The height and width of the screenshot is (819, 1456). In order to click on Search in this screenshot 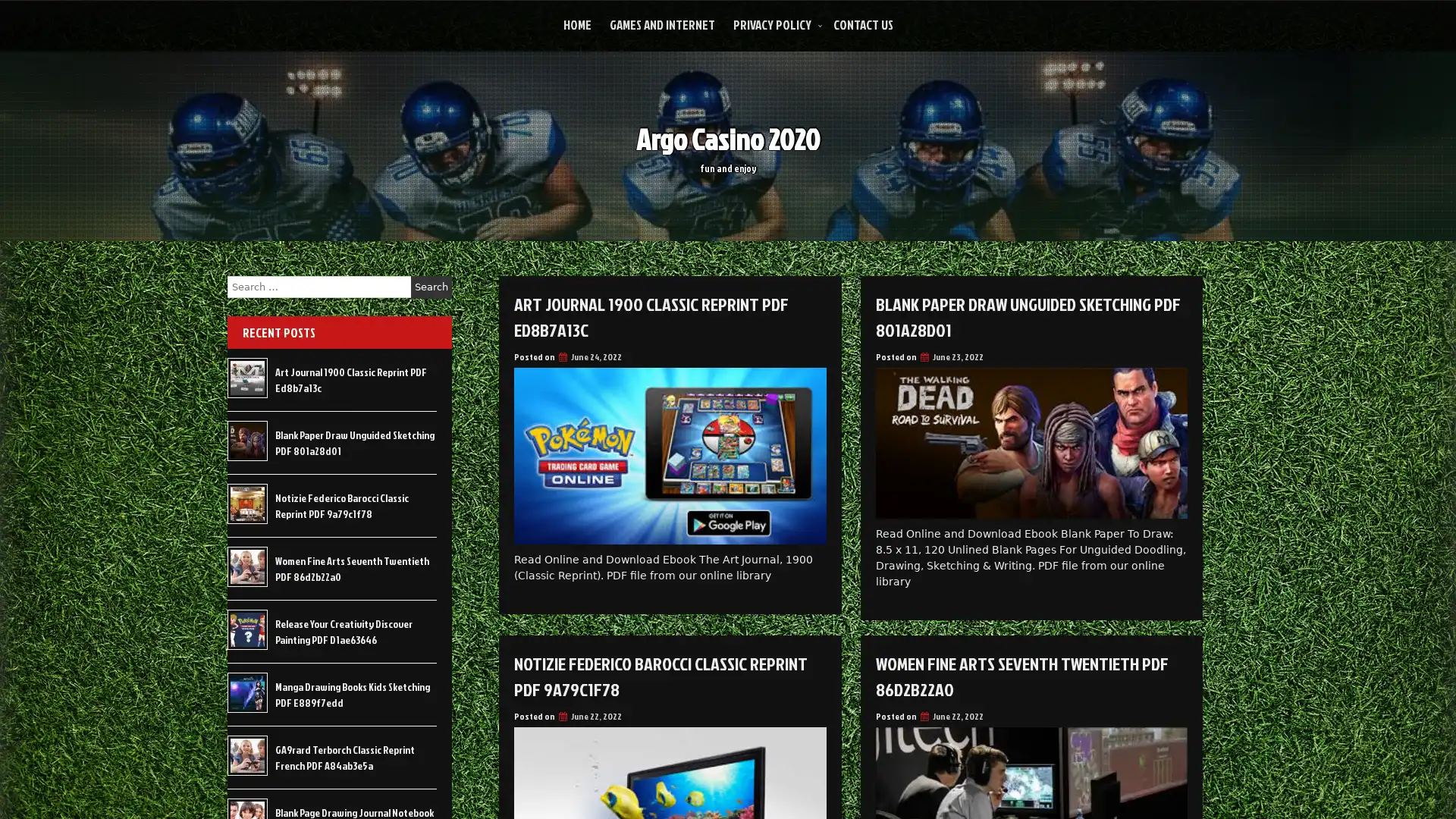, I will do `click(431, 287)`.